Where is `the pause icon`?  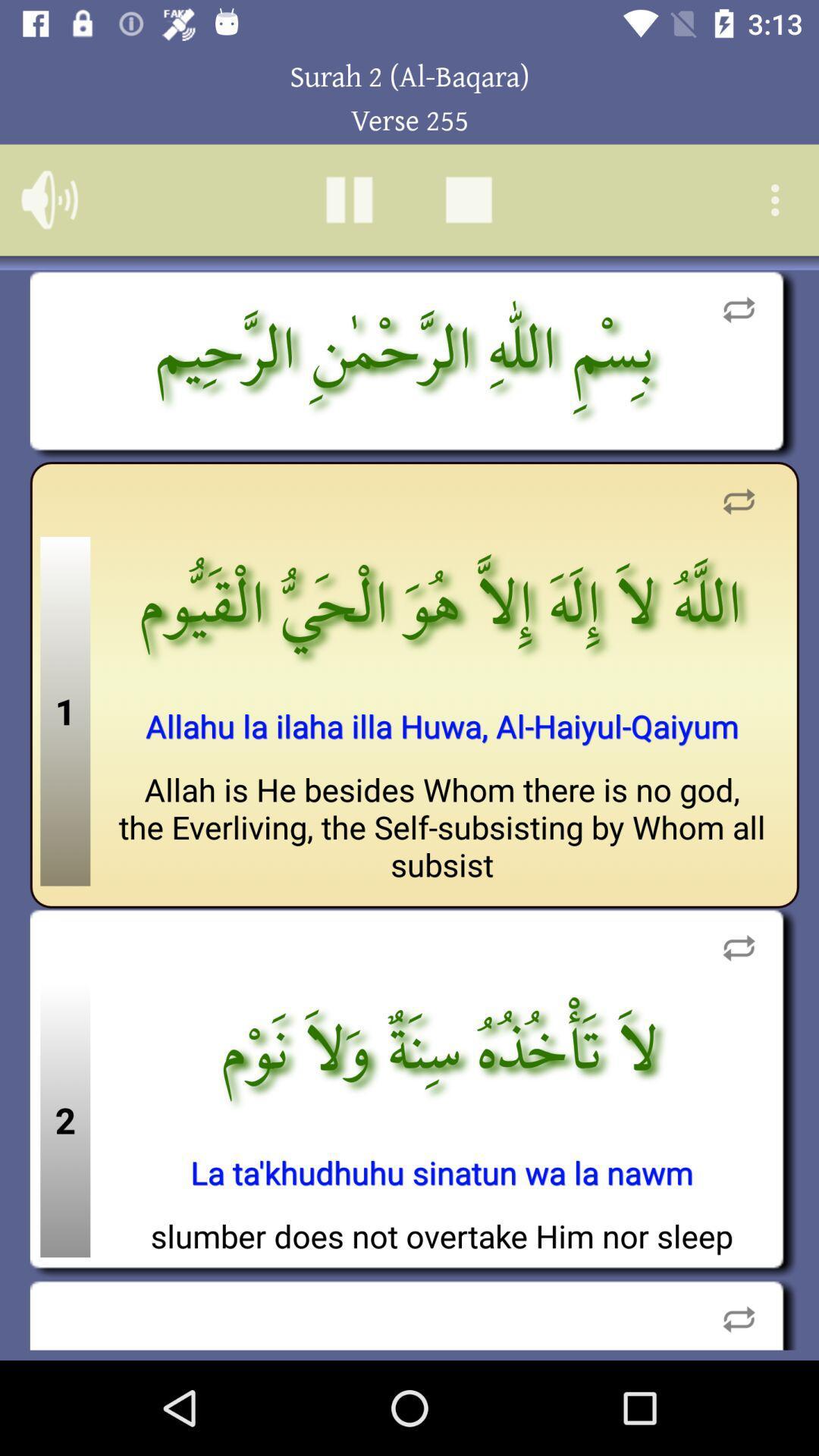
the pause icon is located at coordinates (349, 199).